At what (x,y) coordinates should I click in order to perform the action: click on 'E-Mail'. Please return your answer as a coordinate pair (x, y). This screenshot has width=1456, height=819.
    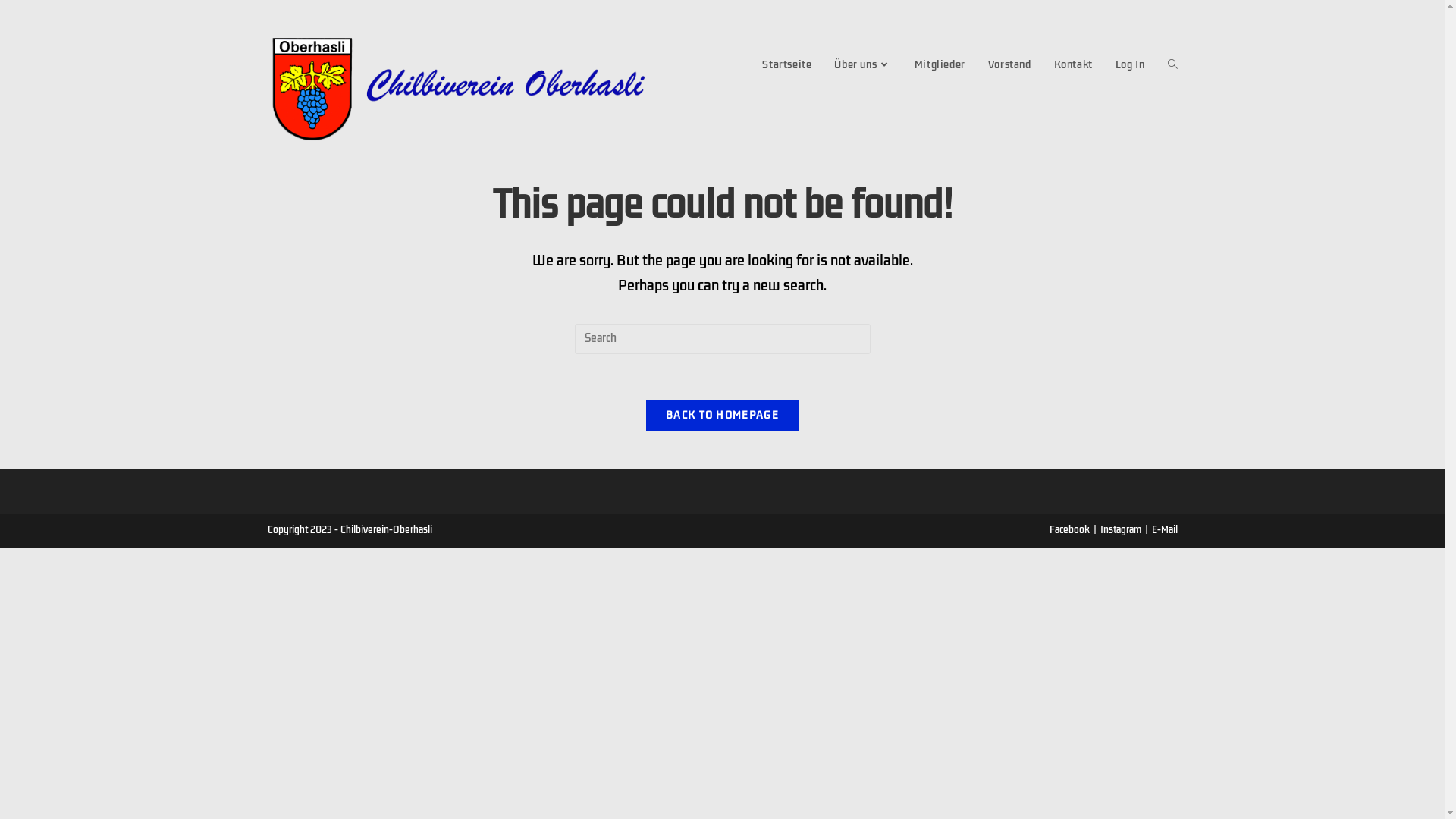
    Looking at the image, I should click on (1163, 529).